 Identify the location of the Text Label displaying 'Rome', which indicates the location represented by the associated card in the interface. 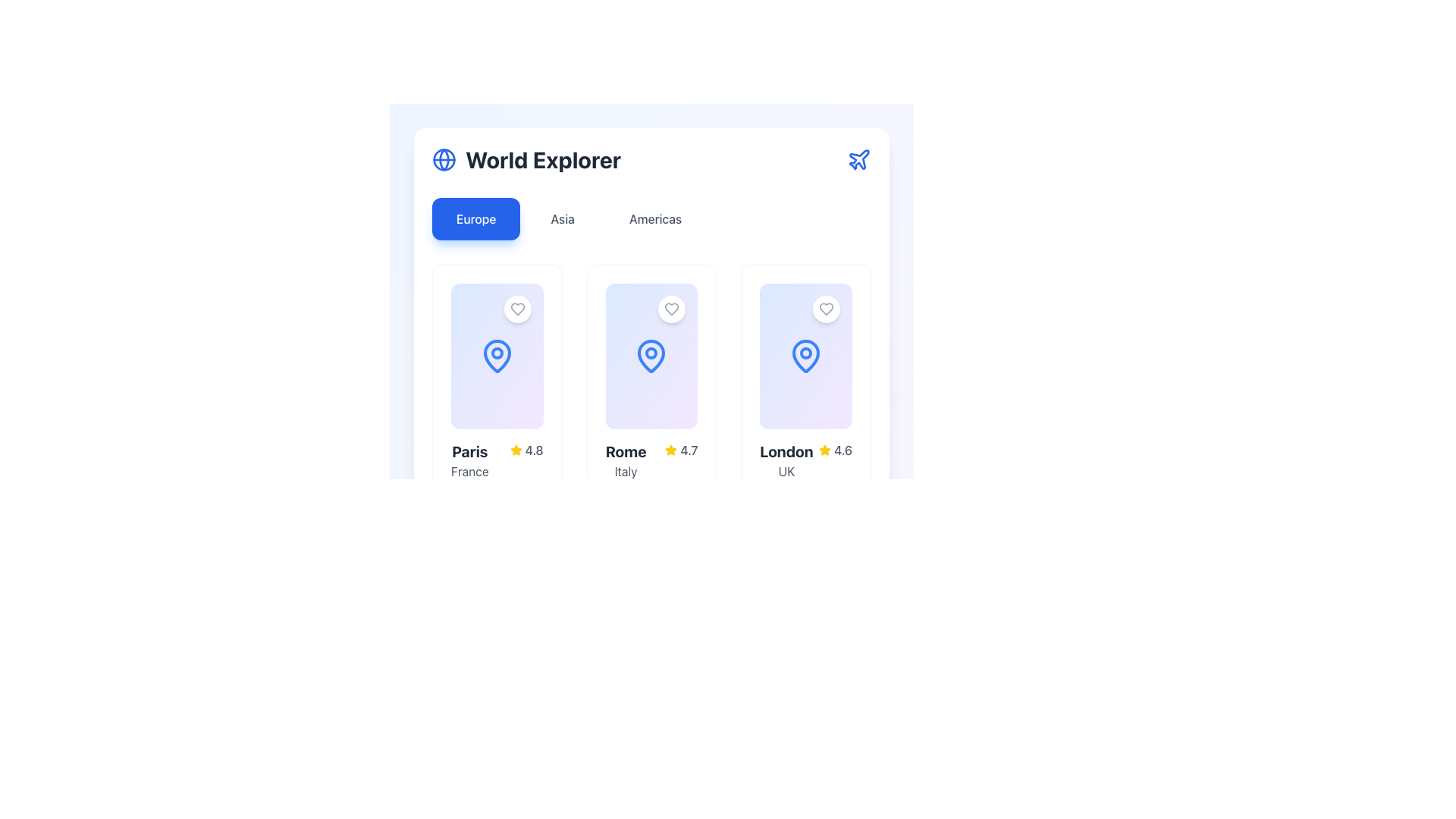
(626, 451).